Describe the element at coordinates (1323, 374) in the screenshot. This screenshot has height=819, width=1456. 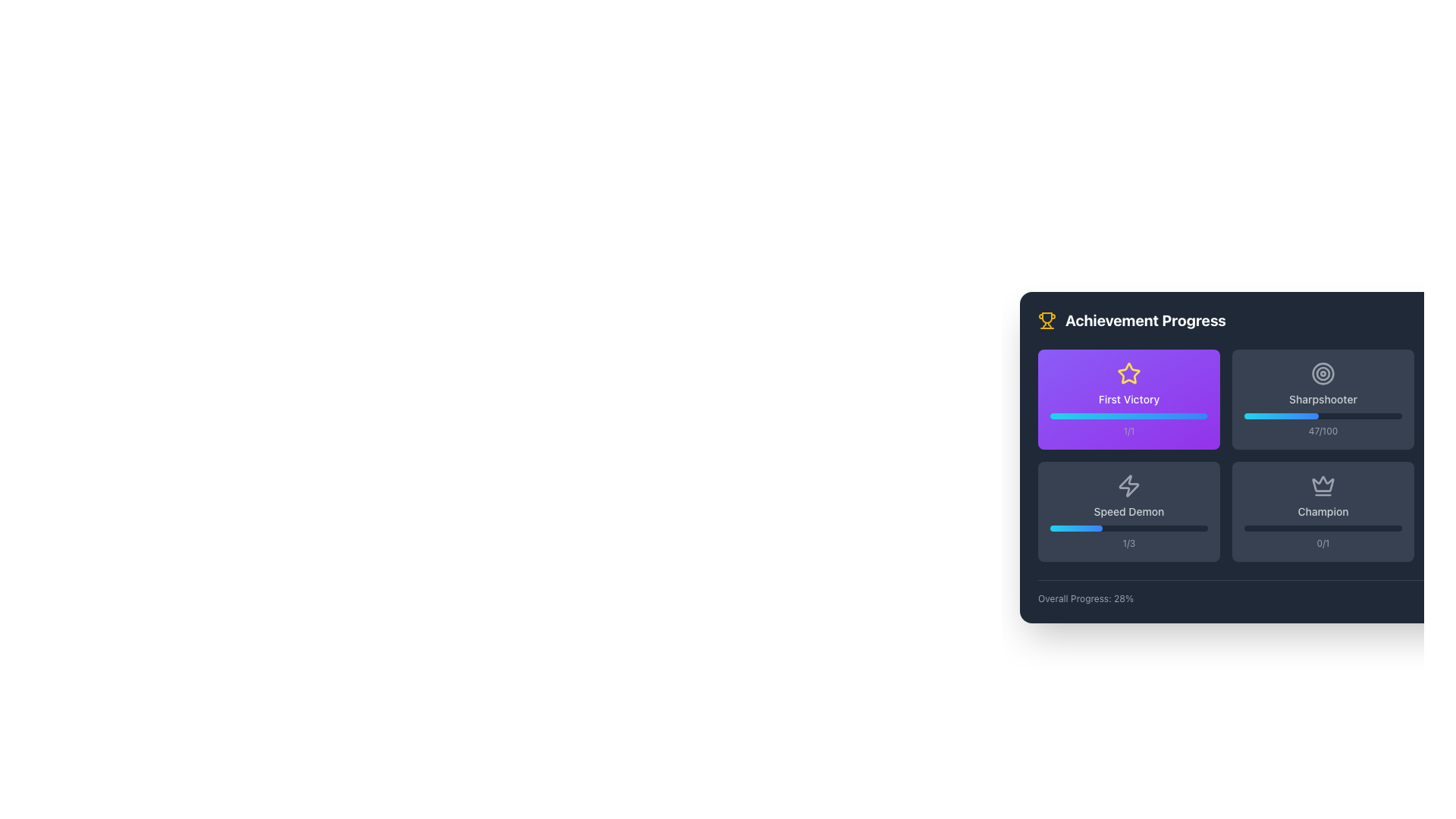
I see `the circular target icon within the Sharpshooter achievement card located in the top right corner of the achievements grid` at that location.